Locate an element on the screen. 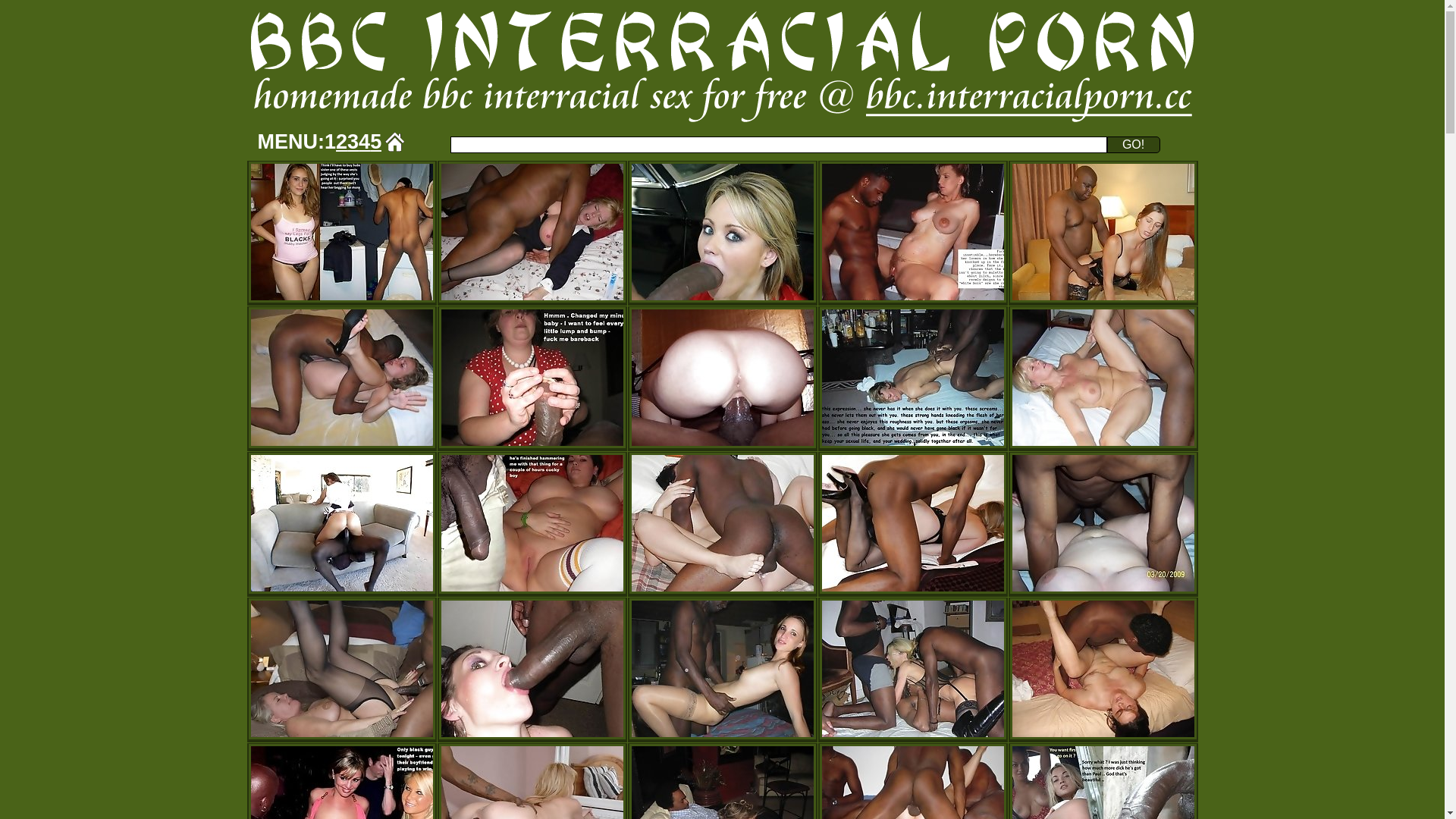 This screenshot has width=1456, height=819. 'GO!' is located at coordinates (1133, 145).